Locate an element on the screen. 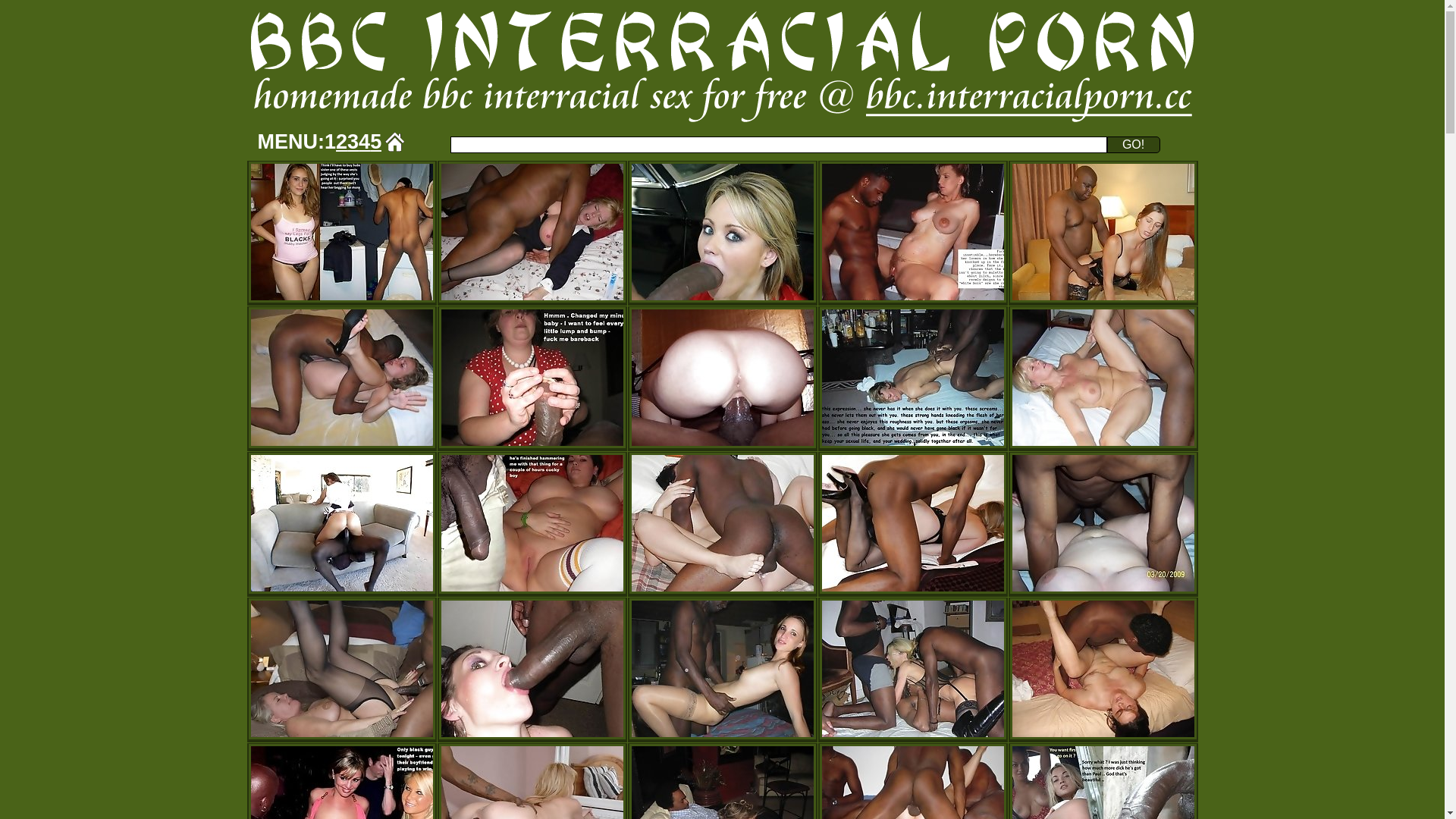 This screenshot has width=1456, height=819. 'GO!' is located at coordinates (1133, 145).